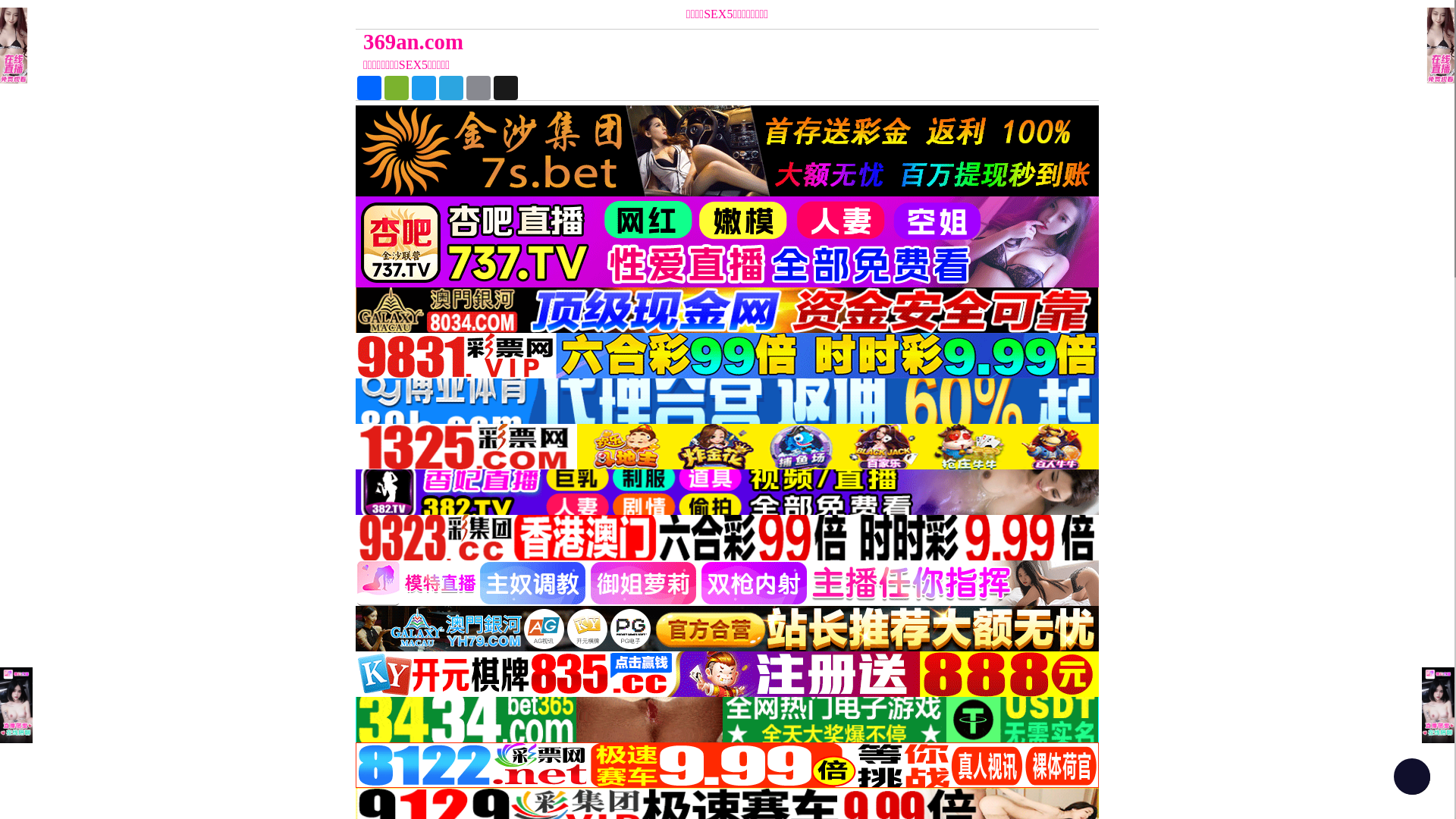 The height and width of the screenshot is (819, 1456). I want to click on 'X', so click(506, 87).